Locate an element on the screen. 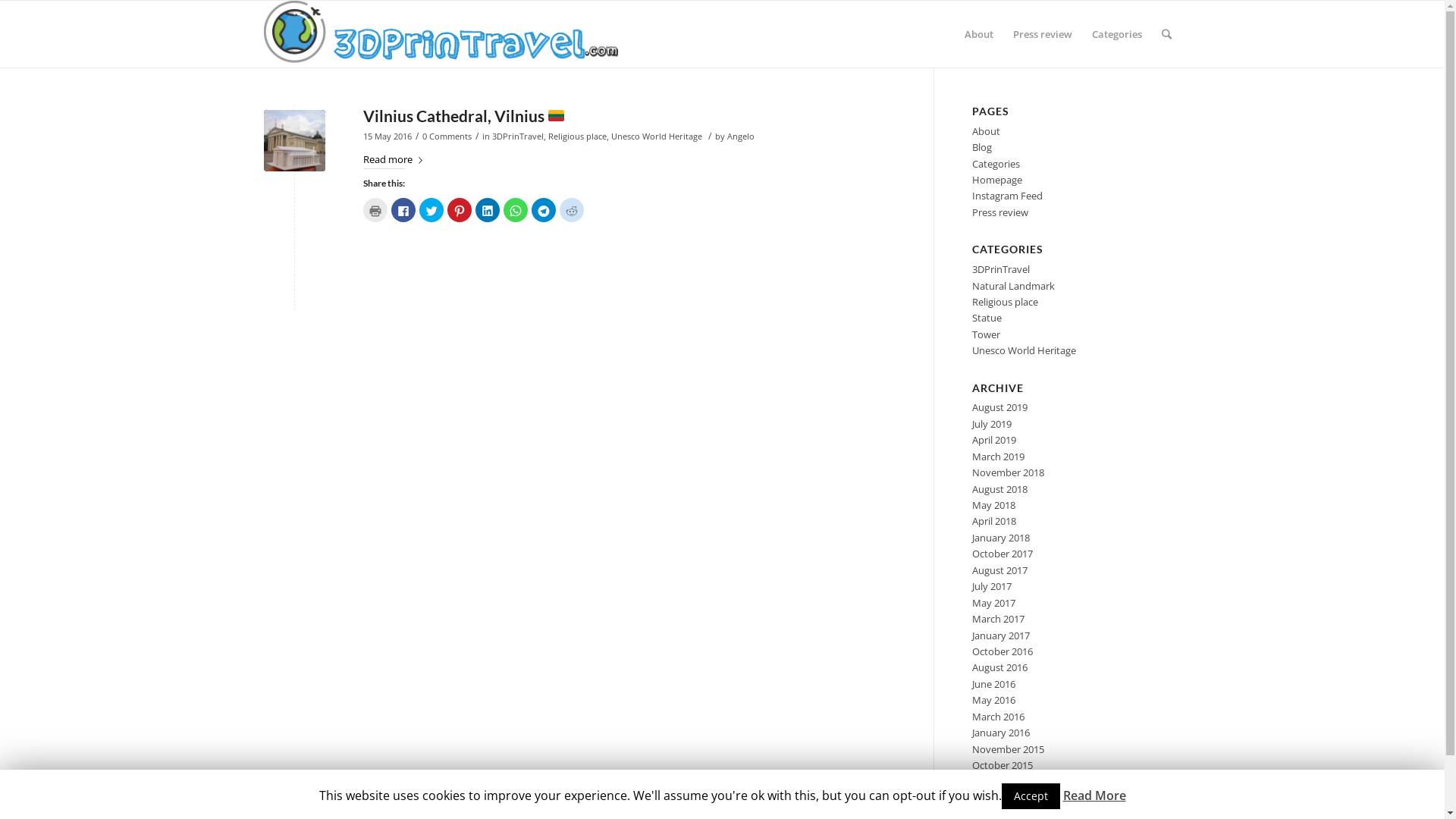 The image size is (1456, 819). 'Read More' is located at coordinates (1062, 795).